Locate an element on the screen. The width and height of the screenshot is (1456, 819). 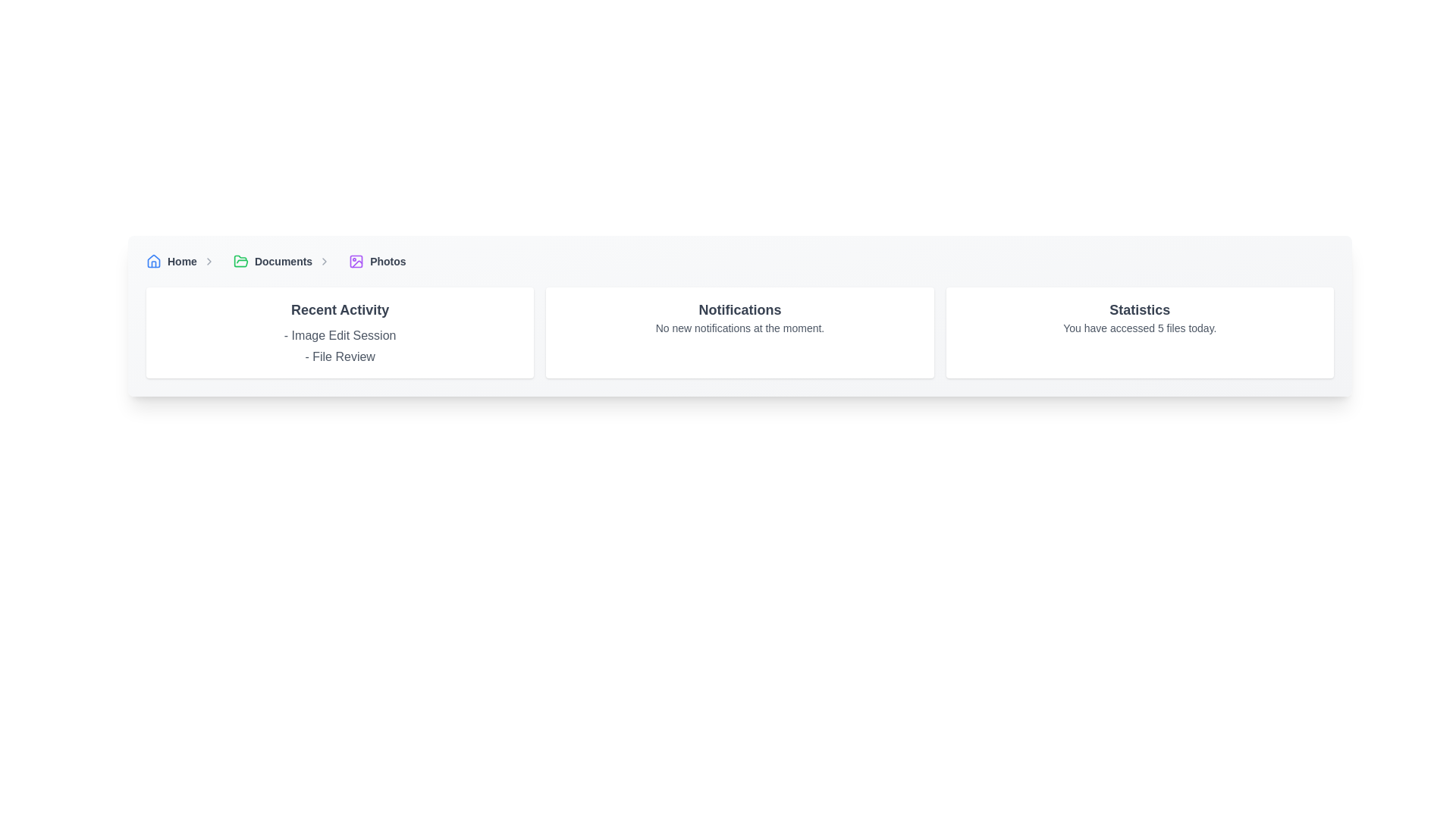
the 'Documents' label in the breadcrumb navigation bar, which is the second breadcrumb item following a green folder icon and preceding the 'Photos' item is located at coordinates (284, 260).